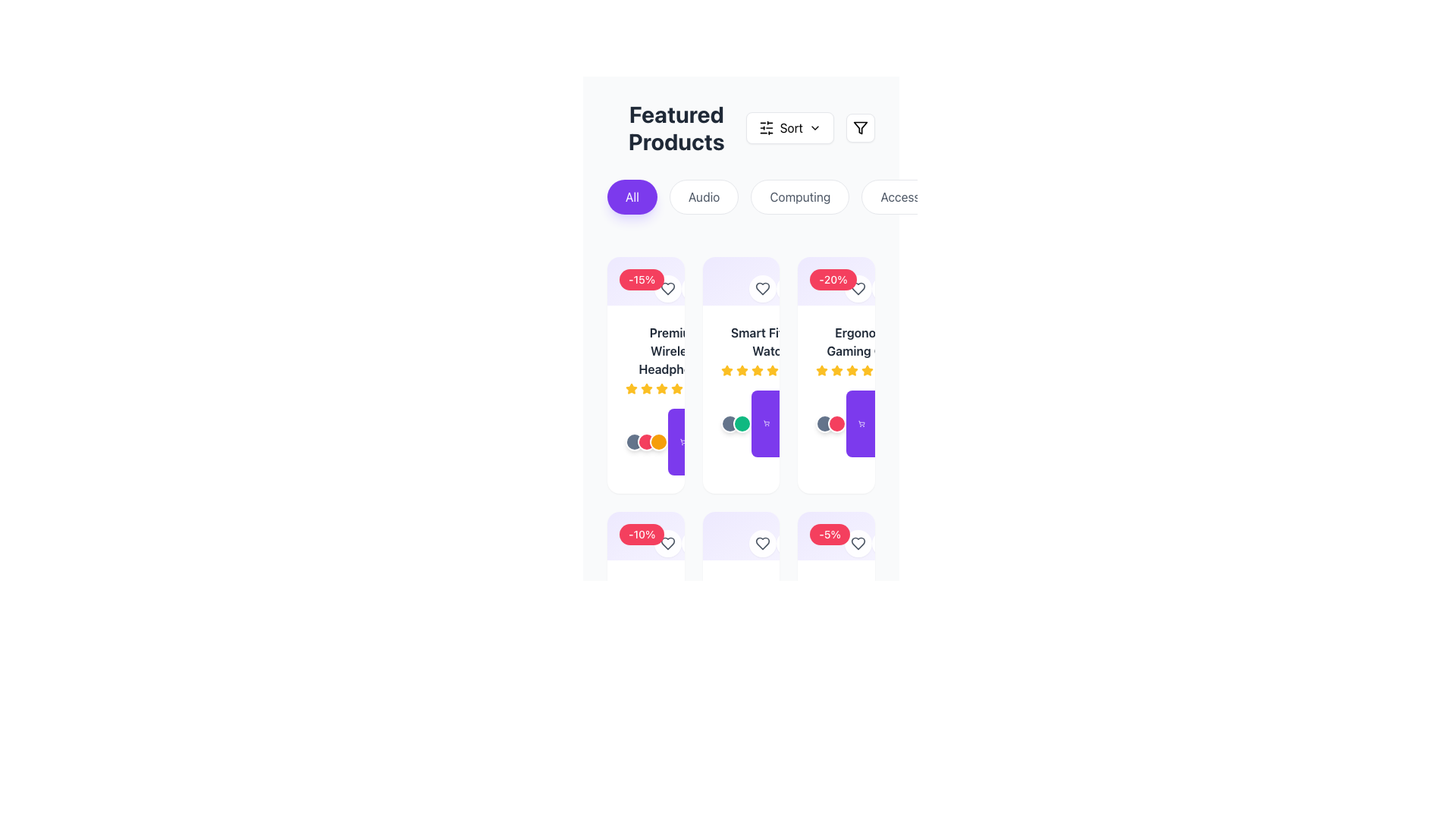  I want to click on the promotional badge displaying '-20%' in white text inside a red oblong shape located at the top-left corner of the third product card for the 'Ergonomic Gaming Chair', so click(836, 281).